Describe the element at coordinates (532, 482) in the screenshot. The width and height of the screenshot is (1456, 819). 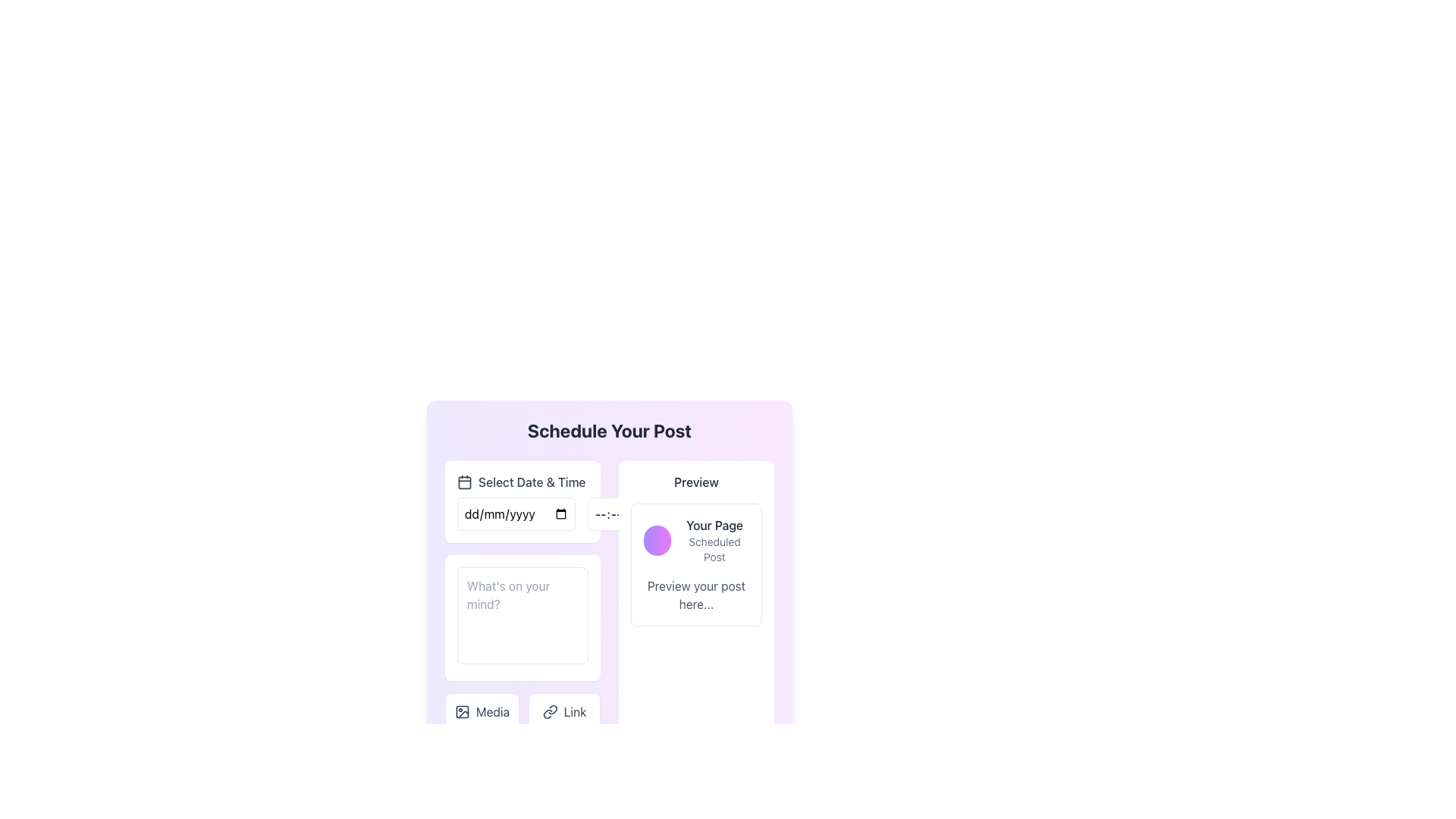
I see `the 'Select Date & Time' label, which indicates the purpose of the adjacent input field for selecting date and time values, located in the 'Schedule Your Post' section` at that location.